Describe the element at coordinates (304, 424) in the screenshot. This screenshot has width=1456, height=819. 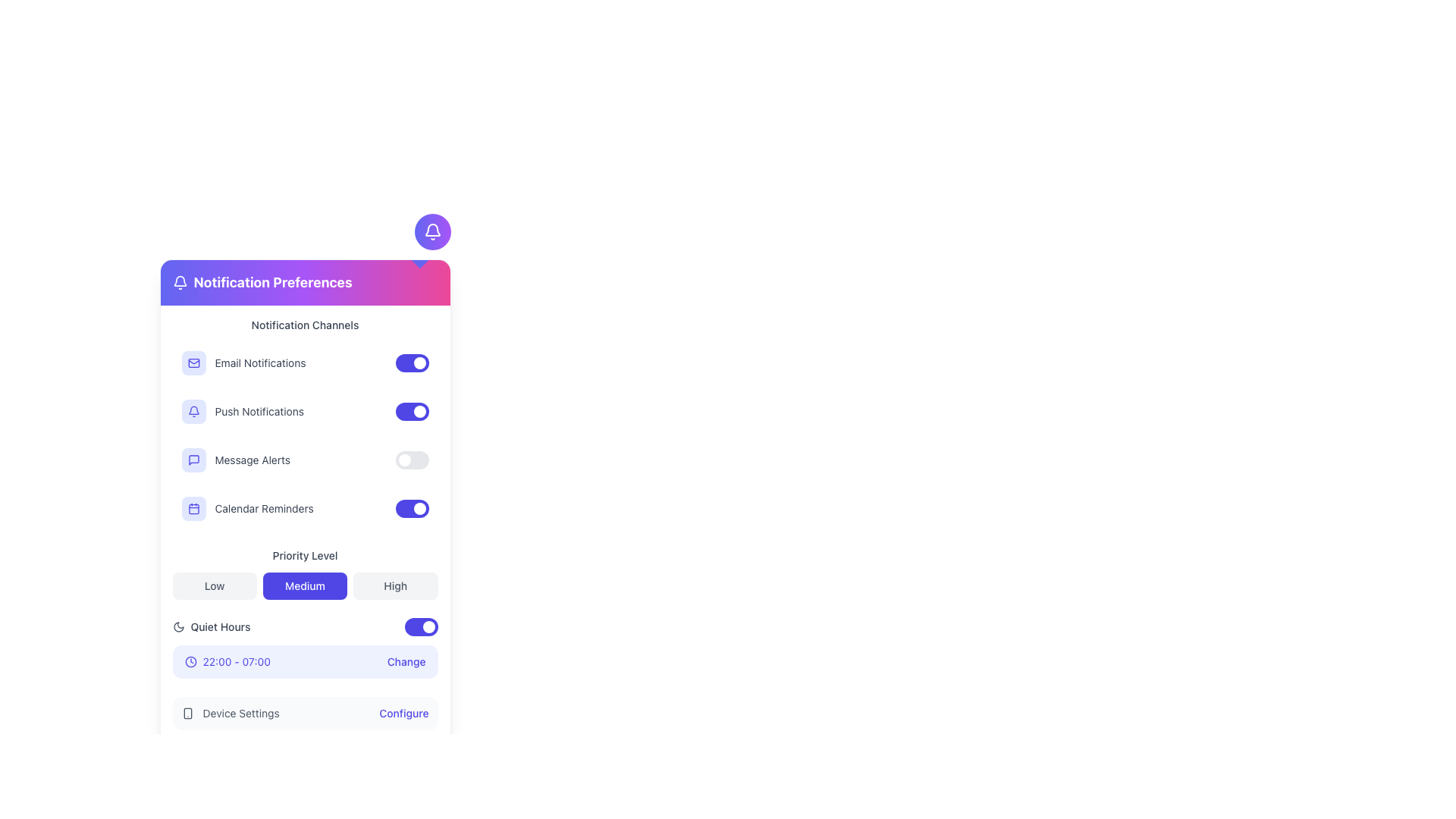
I see `the toggle within the 'Notification Channels' section` at that location.